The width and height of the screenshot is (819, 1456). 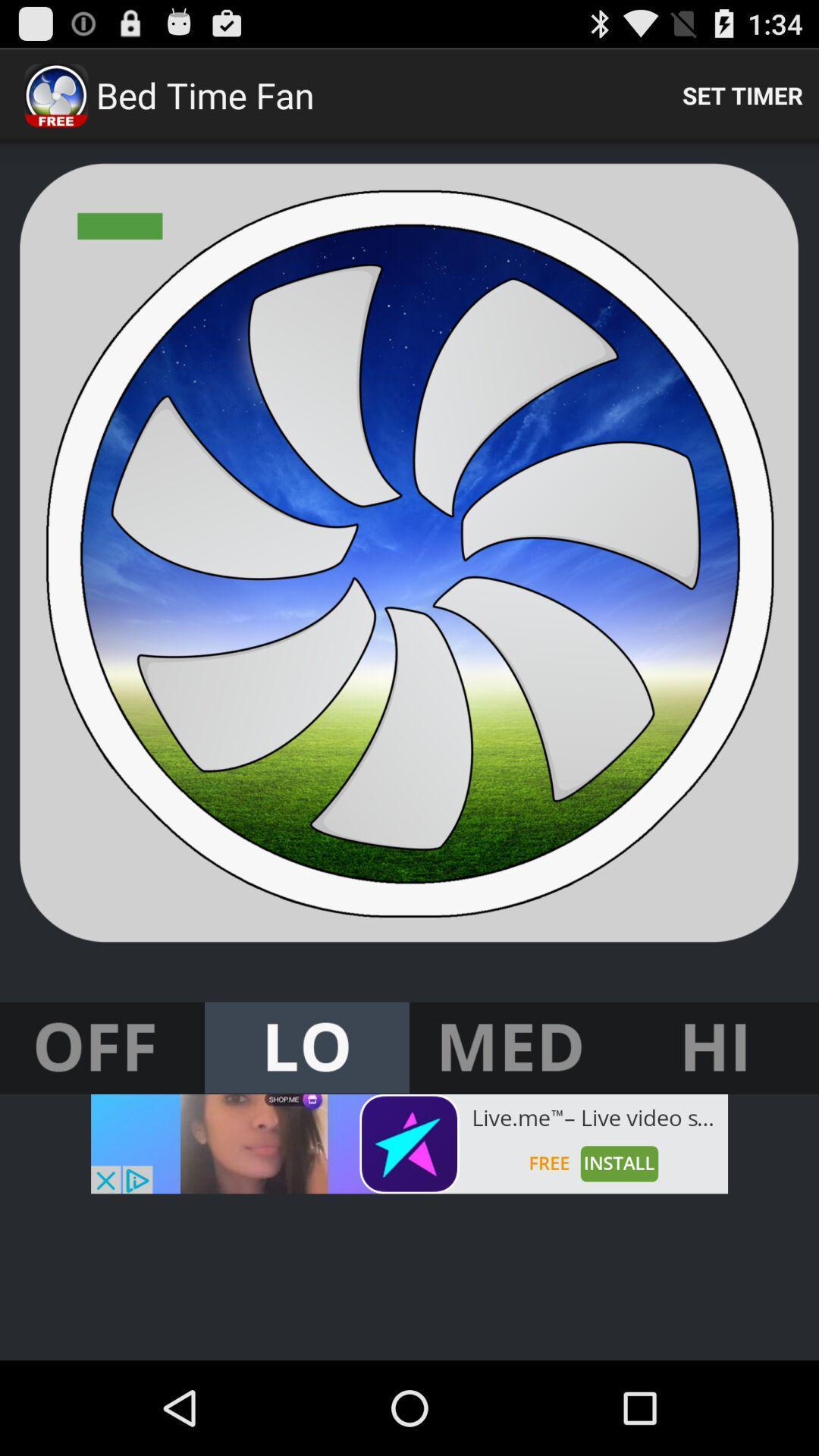 What do you see at coordinates (717, 1047) in the screenshot?
I see `turn to high` at bounding box center [717, 1047].